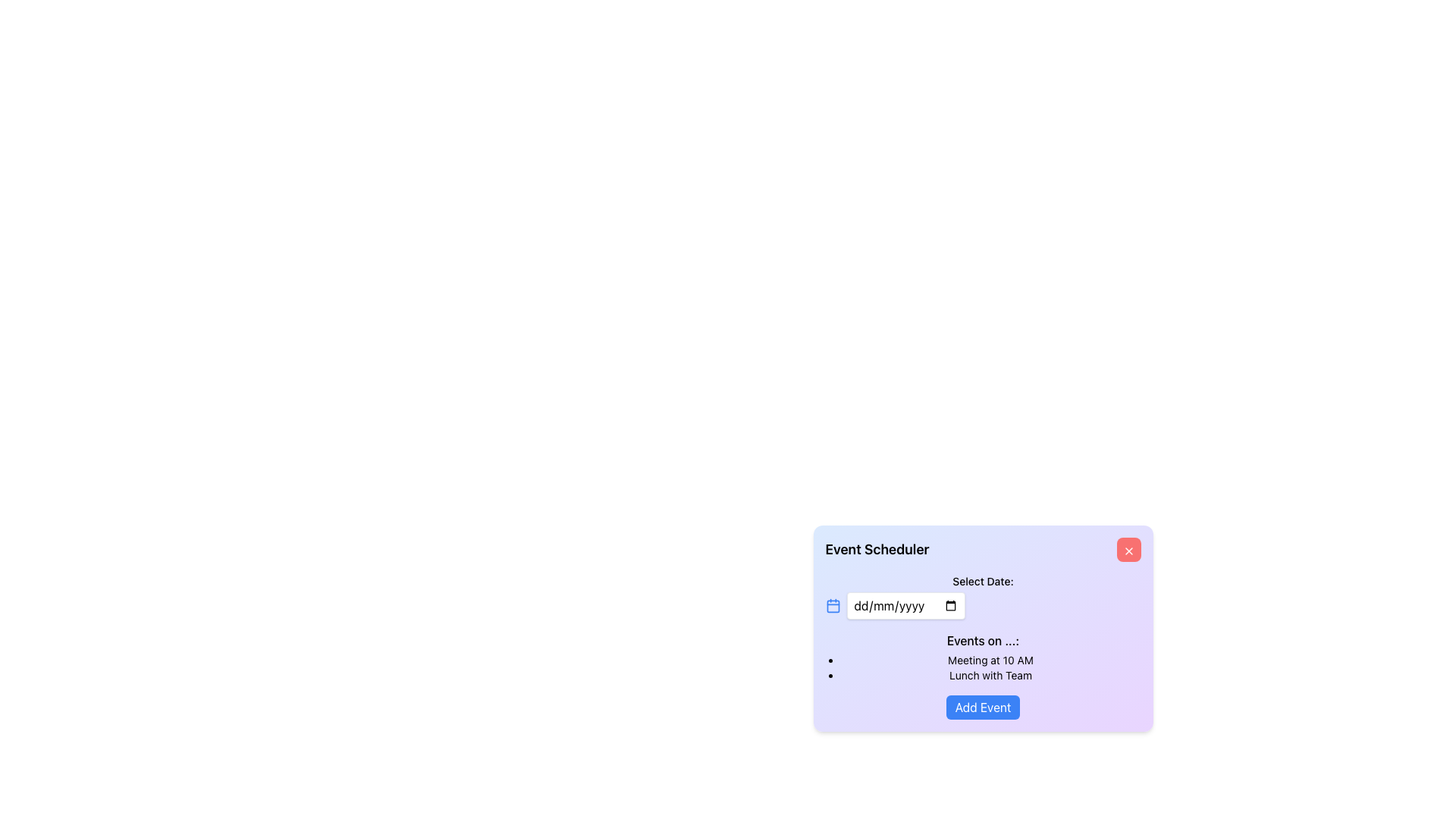 This screenshot has height=819, width=1456. Describe the element at coordinates (877, 550) in the screenshot. I see `the 'Event Scheduler' title text, which is a large, bold label positioned at the top-left corner of its light-colored rectangular section in the lower-right quadrant of the interface` at that location.